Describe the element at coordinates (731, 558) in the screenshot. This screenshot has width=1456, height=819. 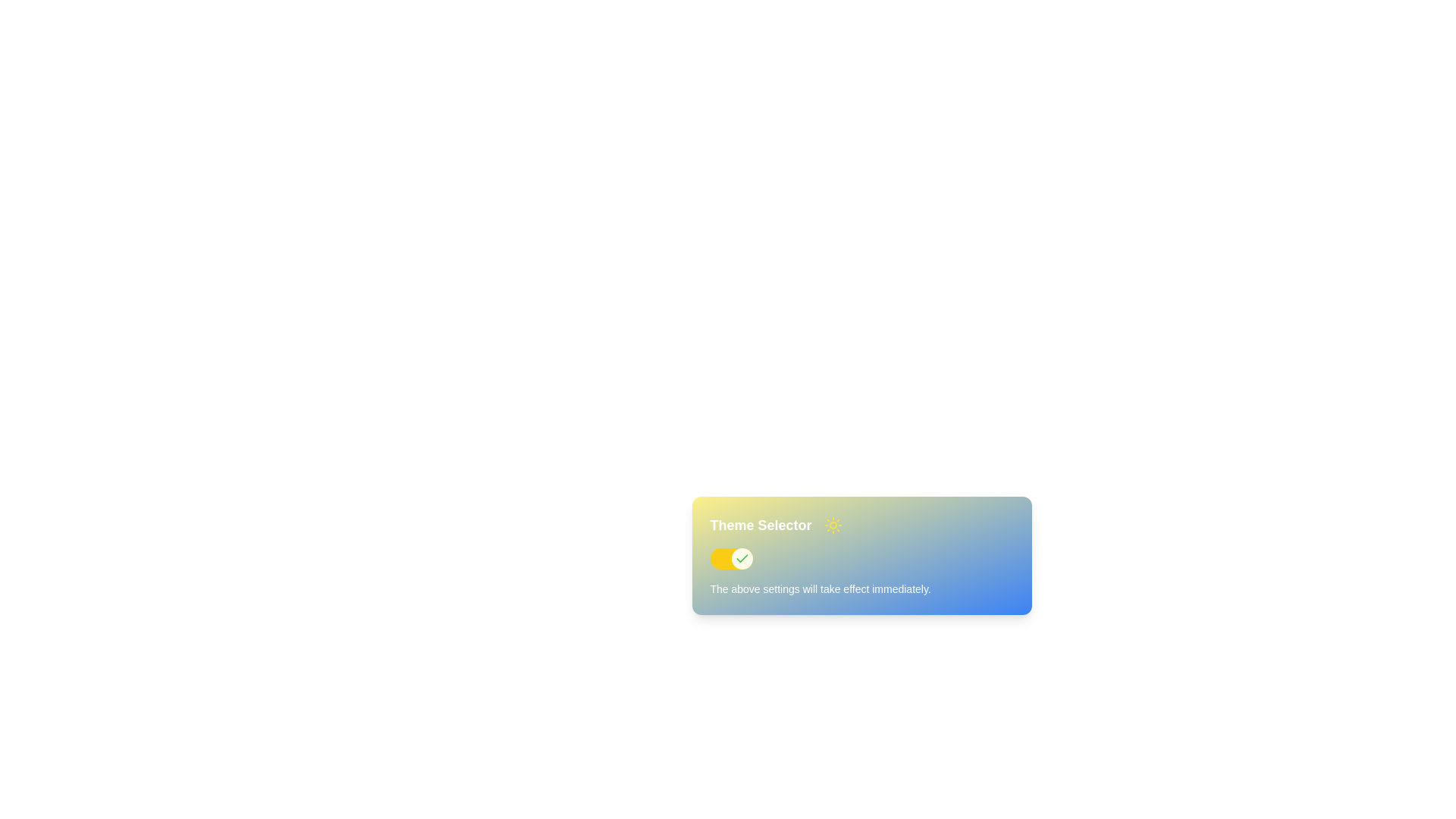
I see `the toggle switch located below the 'Theme Selector' text` at that location.